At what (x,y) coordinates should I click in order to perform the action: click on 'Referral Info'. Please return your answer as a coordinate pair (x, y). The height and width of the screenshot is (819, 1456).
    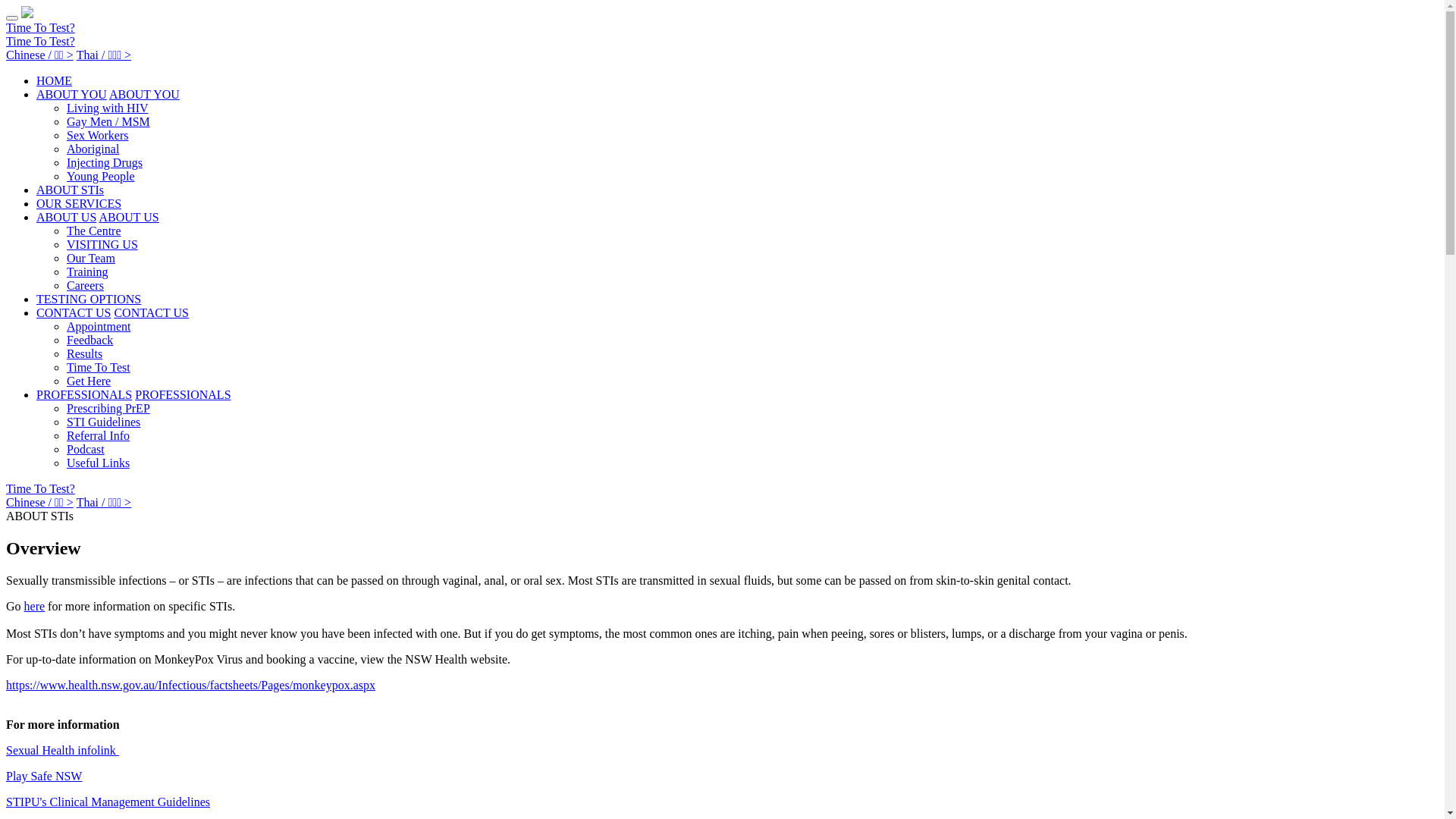
    Looking at the image, I should click on (97, 435).